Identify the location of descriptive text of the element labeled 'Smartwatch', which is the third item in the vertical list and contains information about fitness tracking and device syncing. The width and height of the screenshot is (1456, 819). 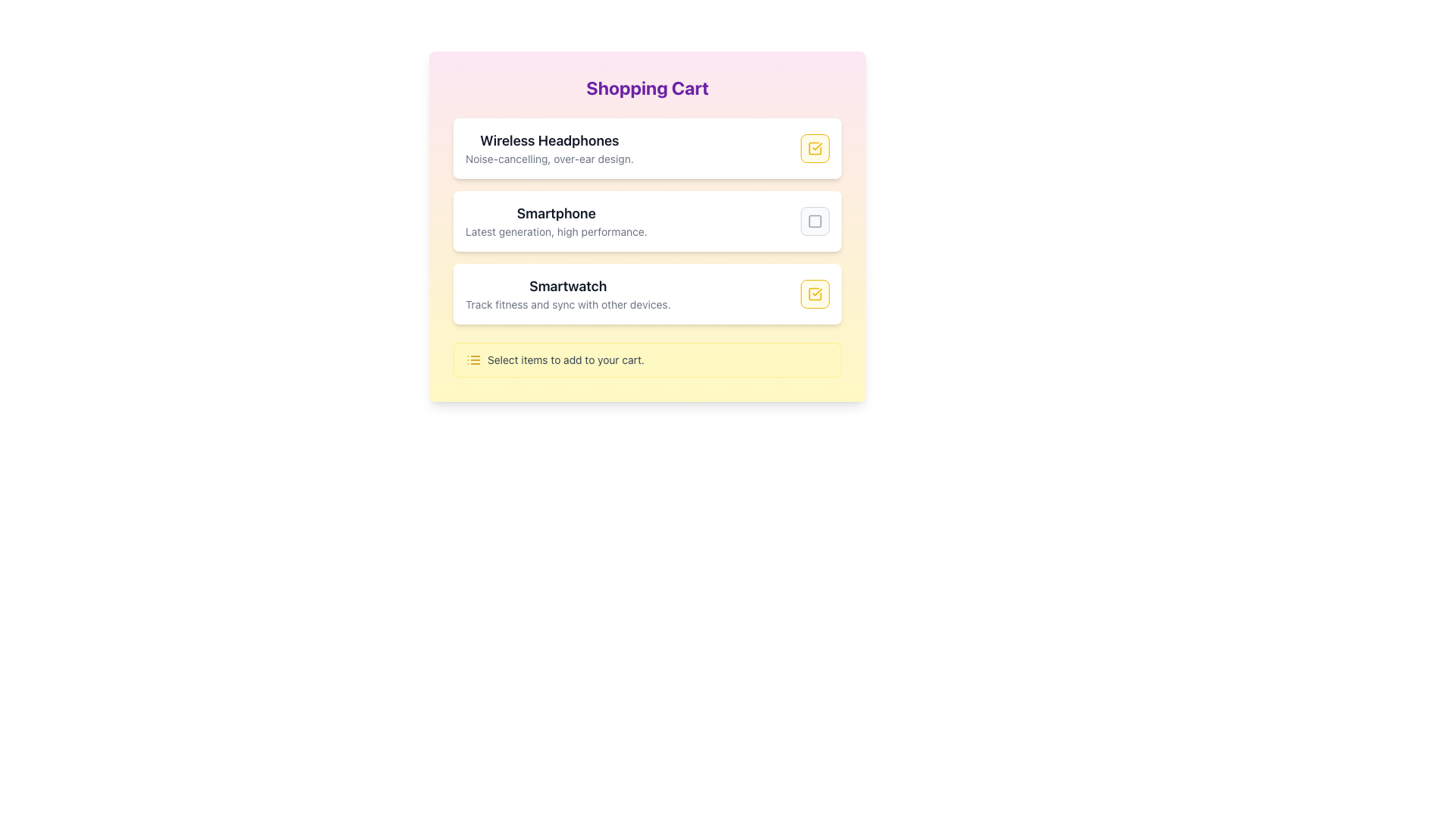
(567, 294).